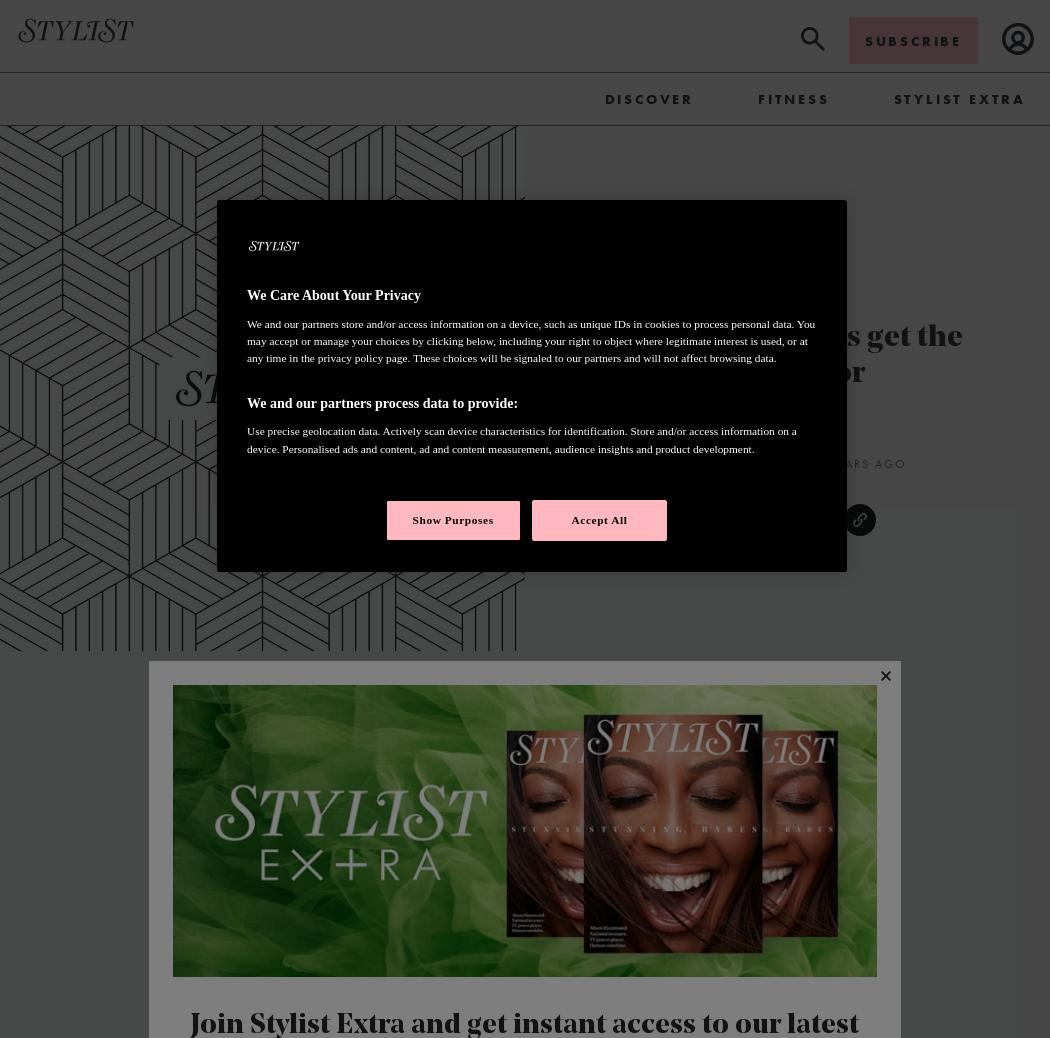 The width and height of the screenshot is (1050, 1038). What do you see at coordinates (857, 463) in the screenshot?
I see `'12 years ago'` at bounding box center [857, 463].